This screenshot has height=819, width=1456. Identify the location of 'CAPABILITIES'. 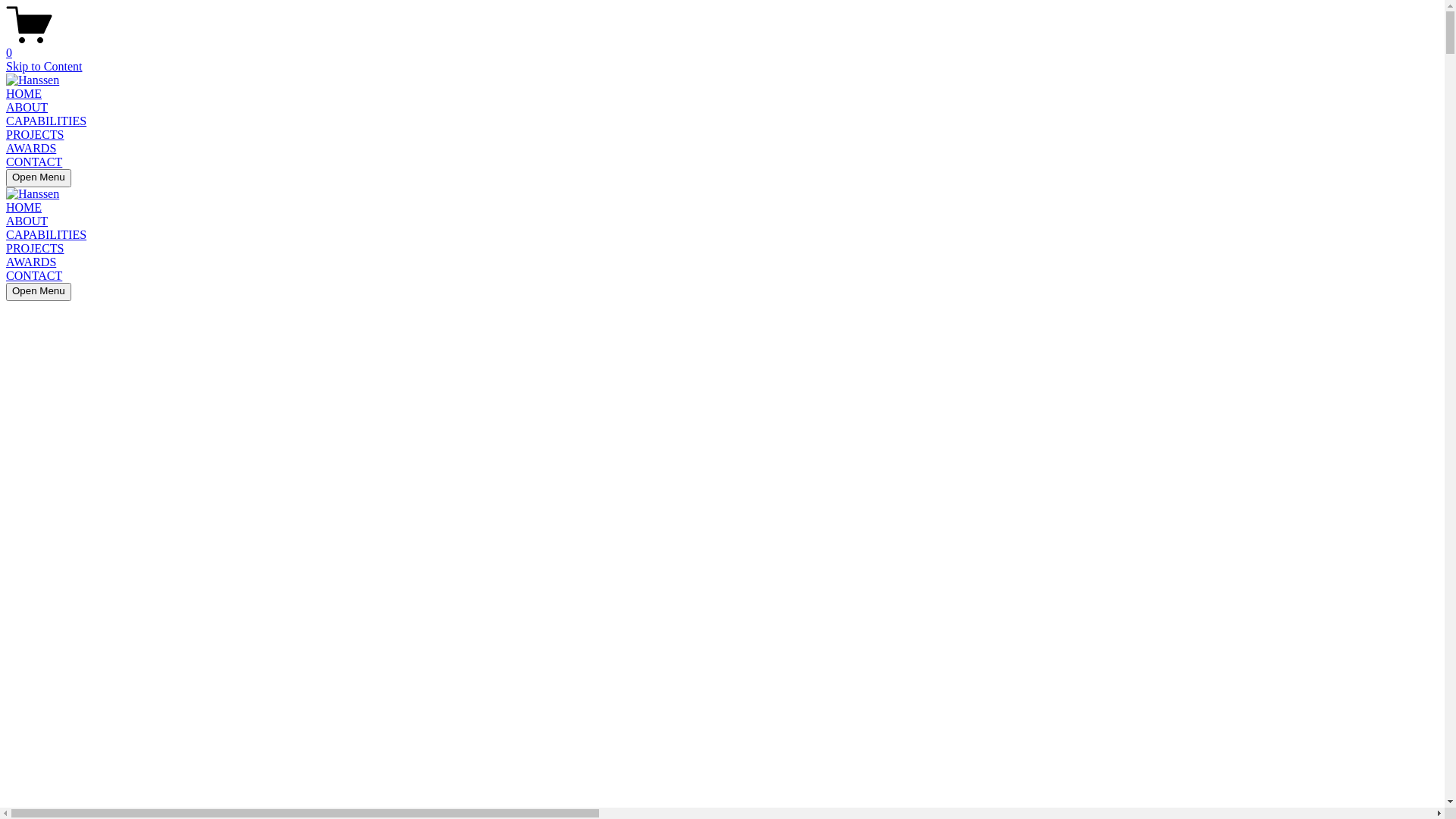
(46, 120).